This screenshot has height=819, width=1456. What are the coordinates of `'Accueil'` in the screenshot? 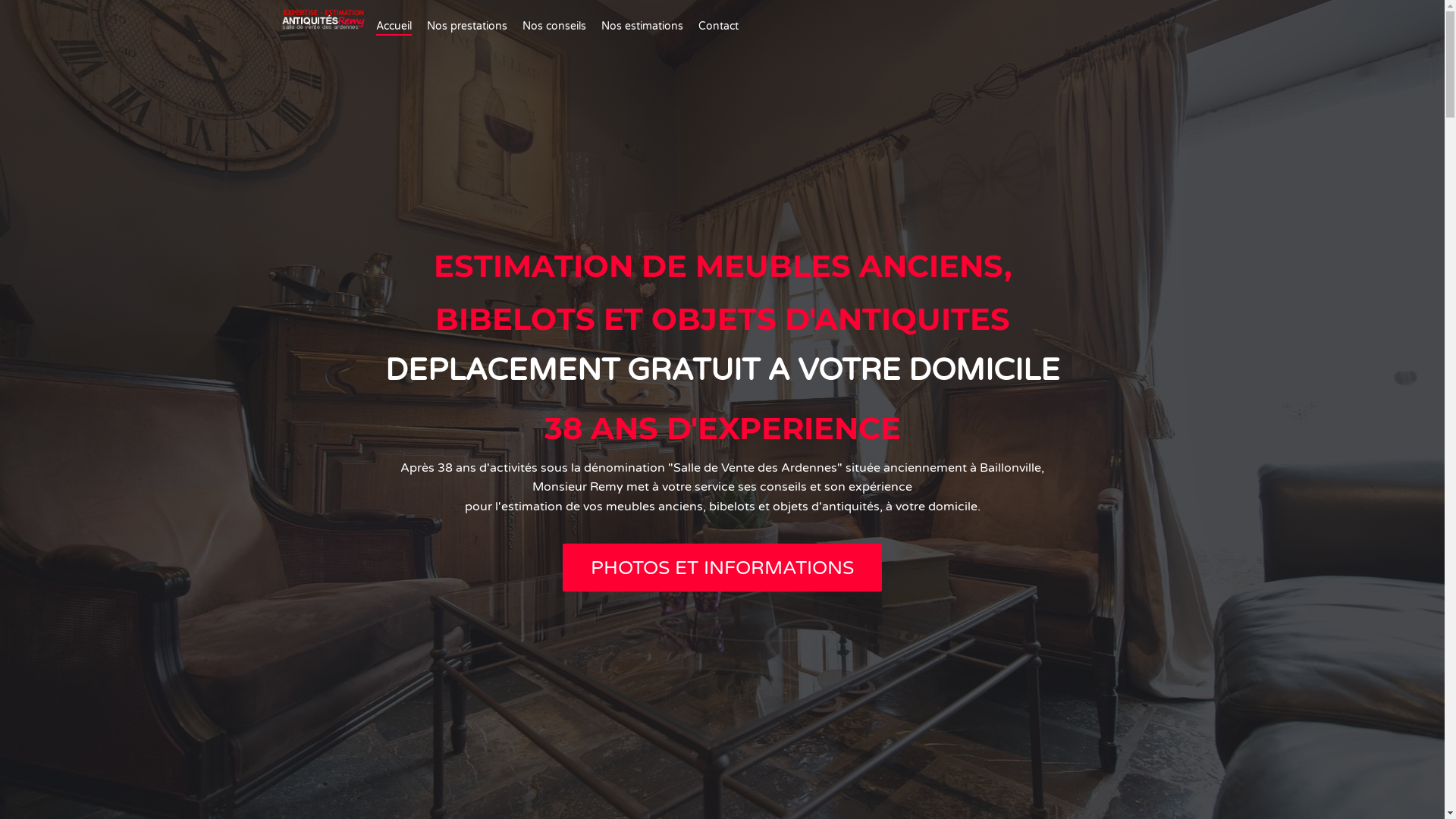 It's located at (394, 27).